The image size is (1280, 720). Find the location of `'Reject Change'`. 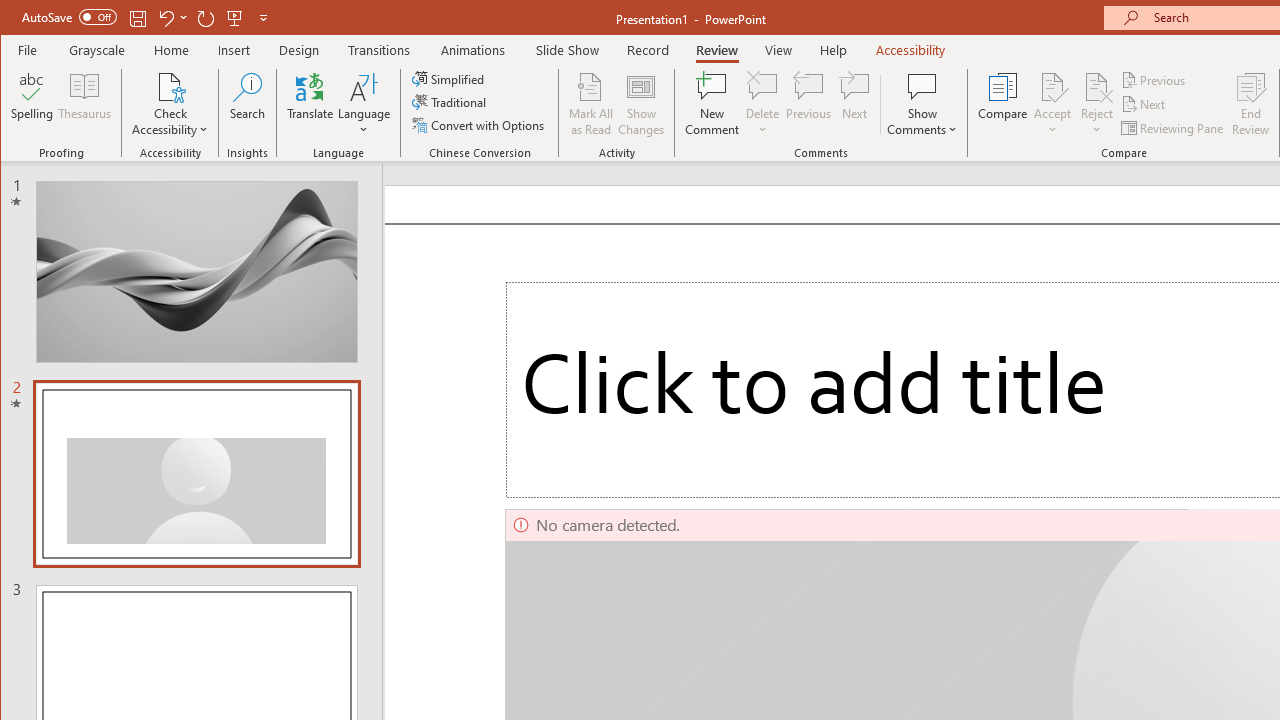

'Reject Change' is located at coordinates (1095, 85).